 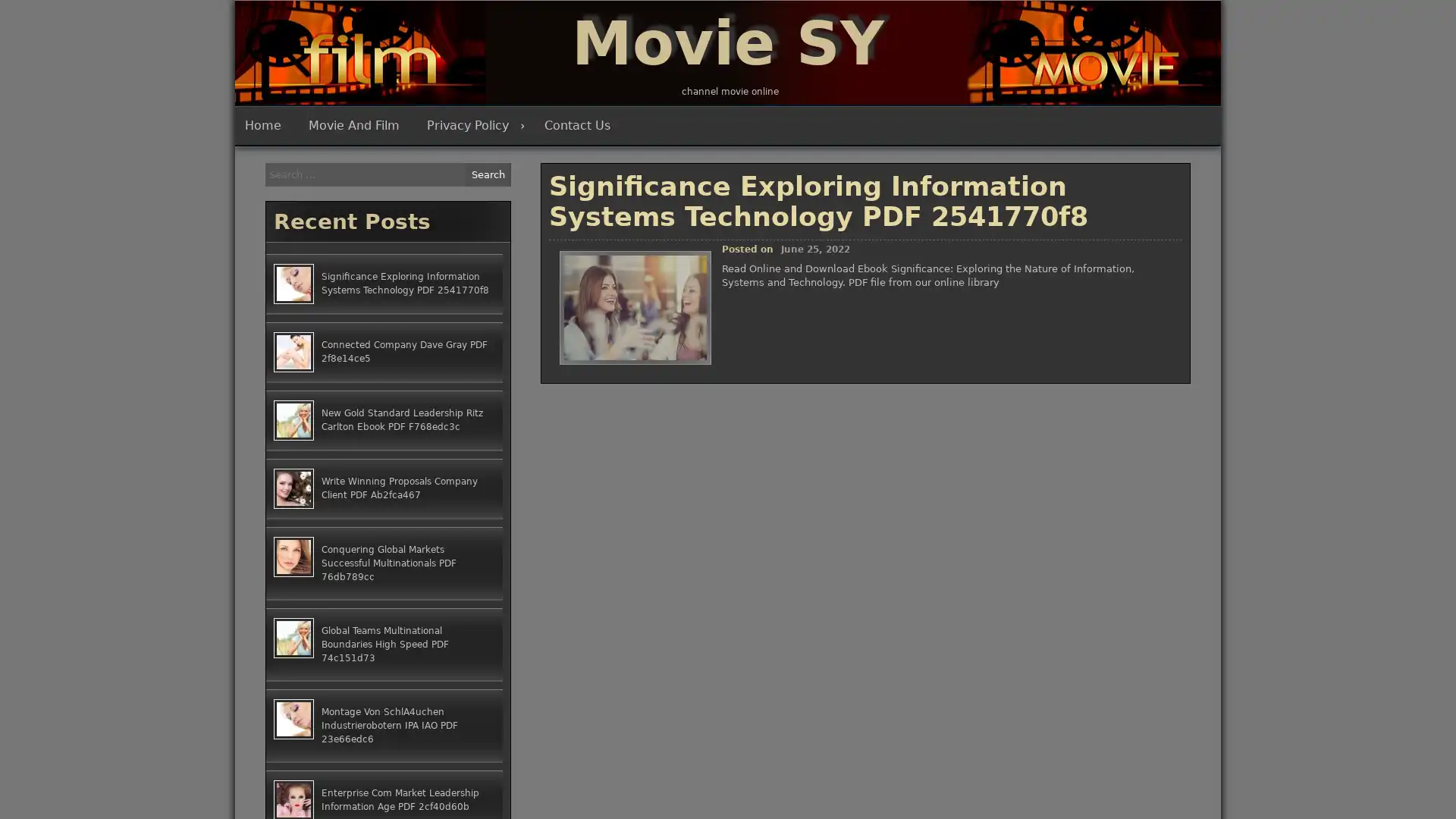 What do you see at coordinates (488, 174) in the screenshot?
I see `Search` at bounding box center [488, 174].